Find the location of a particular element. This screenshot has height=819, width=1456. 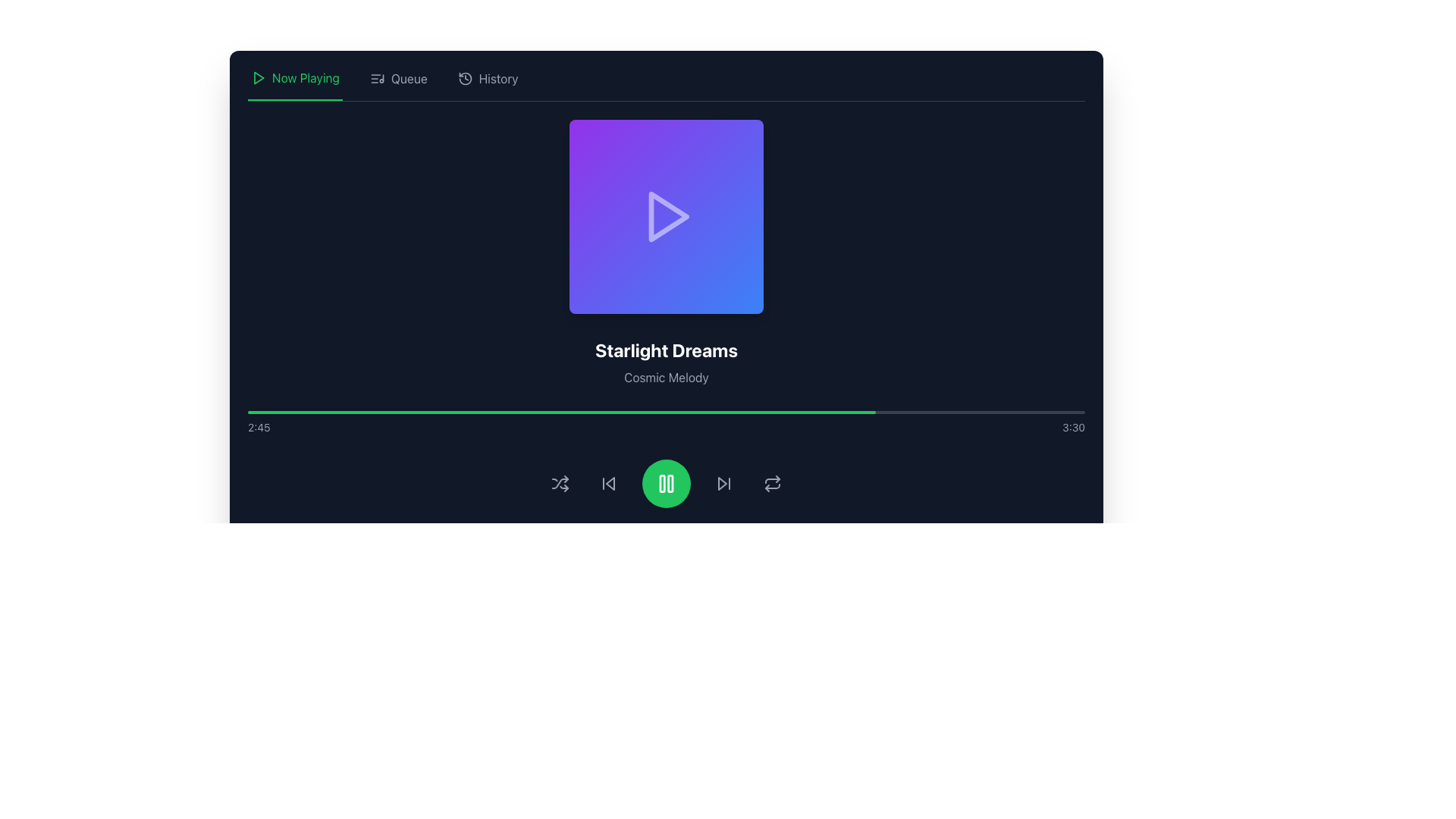

the shuffle button marked by an icon of two crossing arrows, located in the bottom control panel as the first button to the left in the playback controls is located at coordinates (560, 483).